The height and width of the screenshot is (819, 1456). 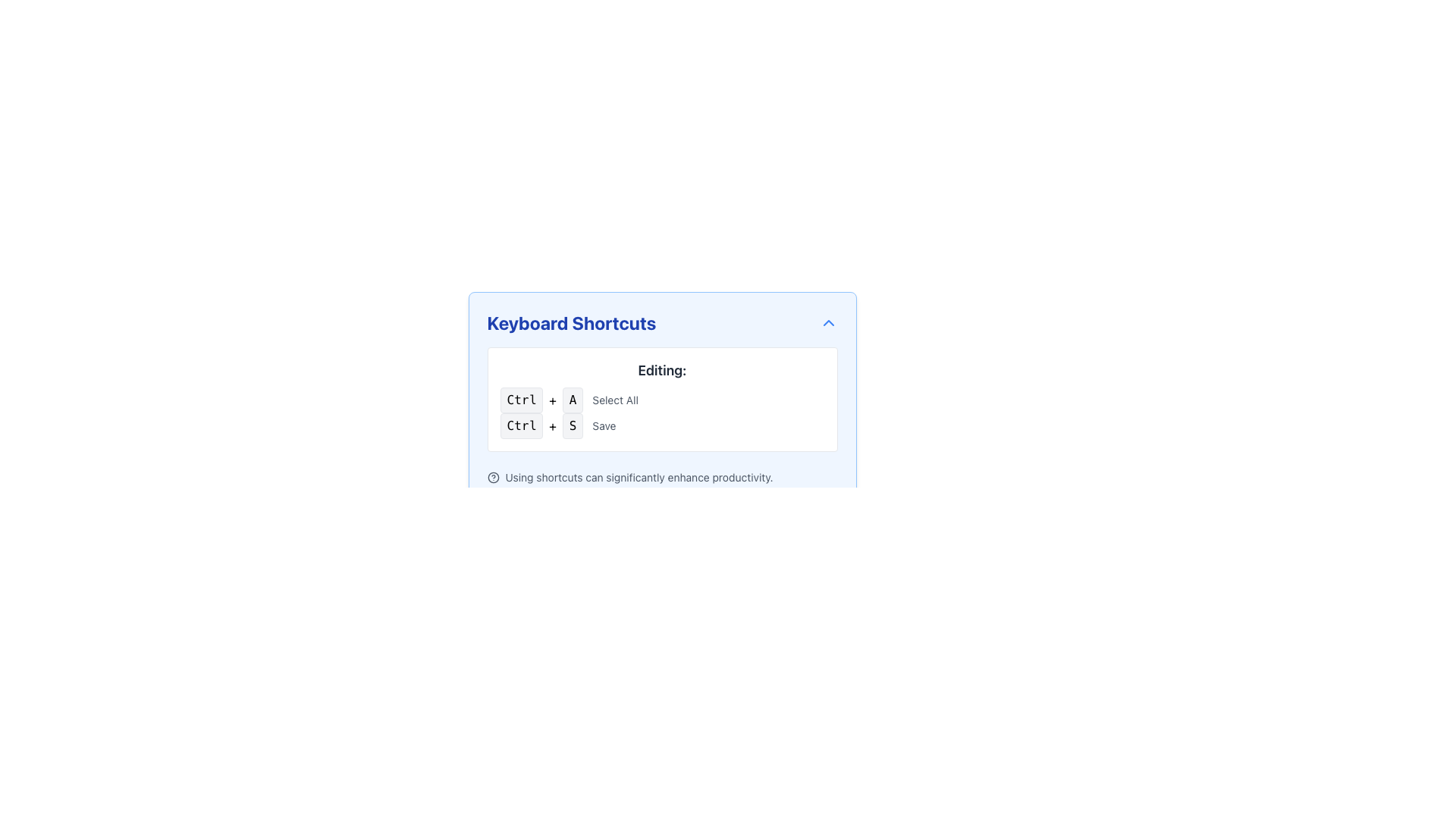 What do you see at coordinates (521, 400) in the screenshot?
I see `the 'Ctrl' key representation in the 'Editing' section of the 'Keyboard Shortcuts' interface, which is the first element in the horizontal grouping for the shortcut 'Ctrl + A'` at bounding box center [521, 400].